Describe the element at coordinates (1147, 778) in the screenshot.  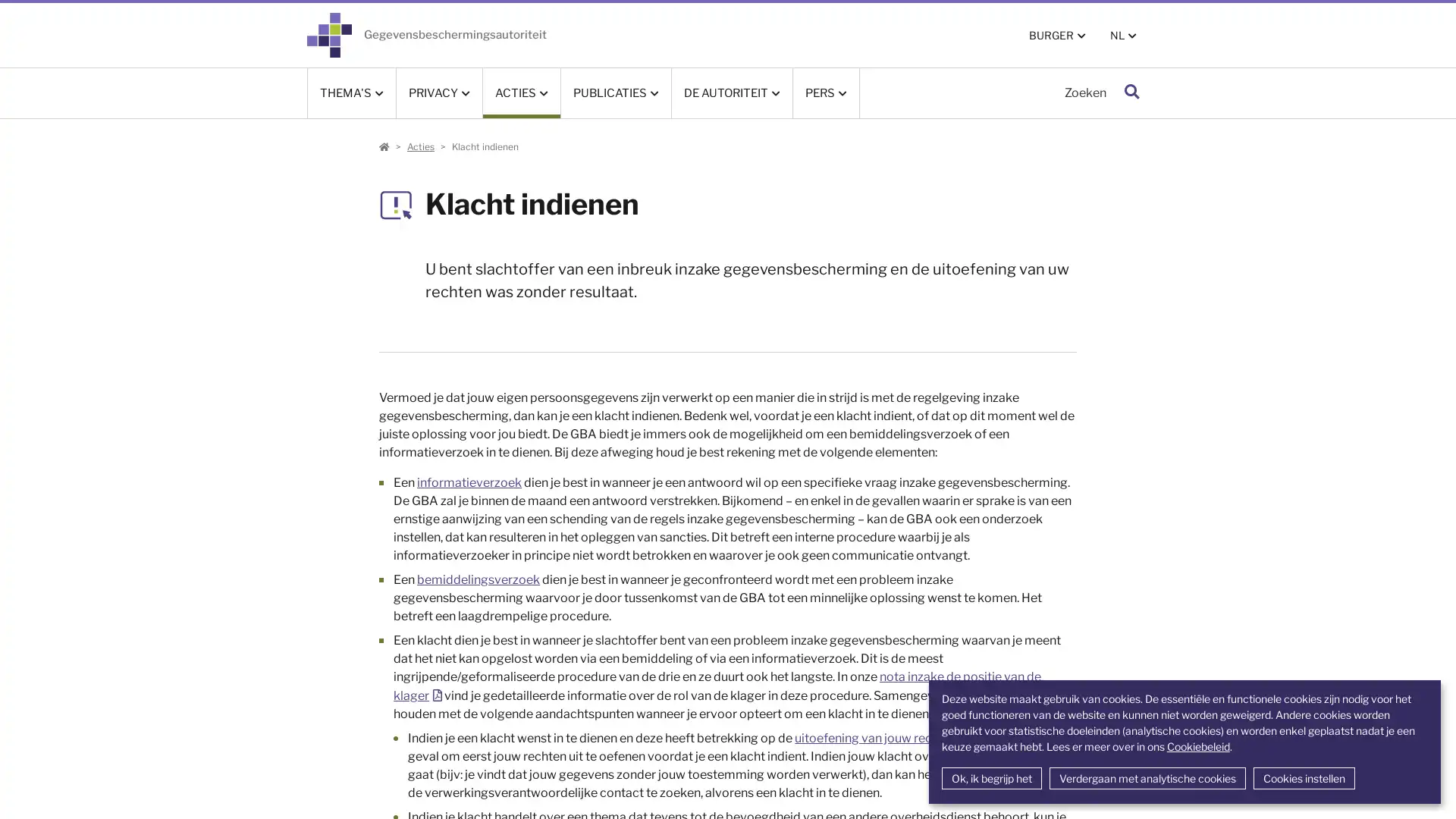
I see `Verdergaan met analytische cookies` at that location.